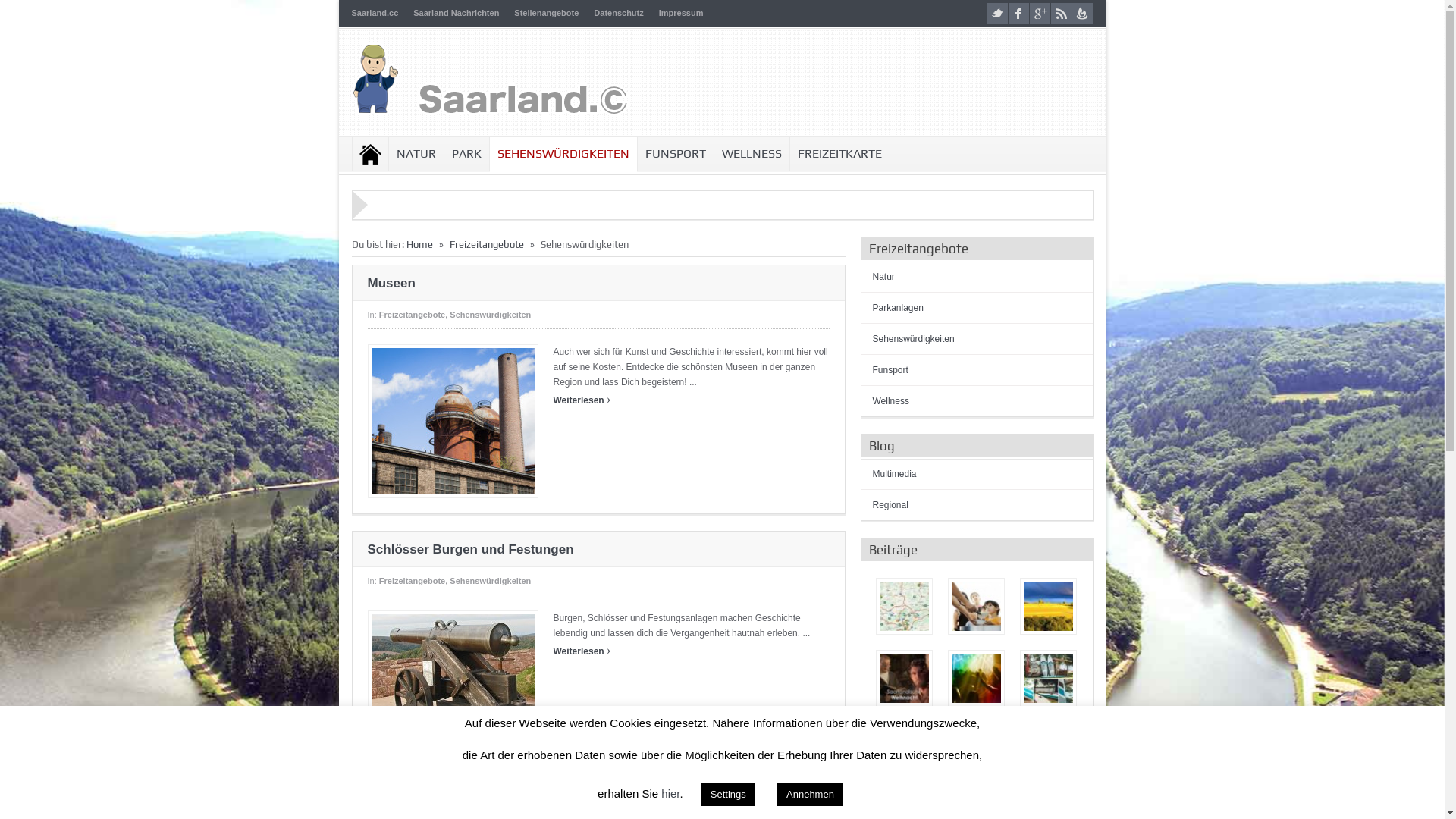 The image size is (1456, 819). I want to click on 'Wellness', so click(890, 400).